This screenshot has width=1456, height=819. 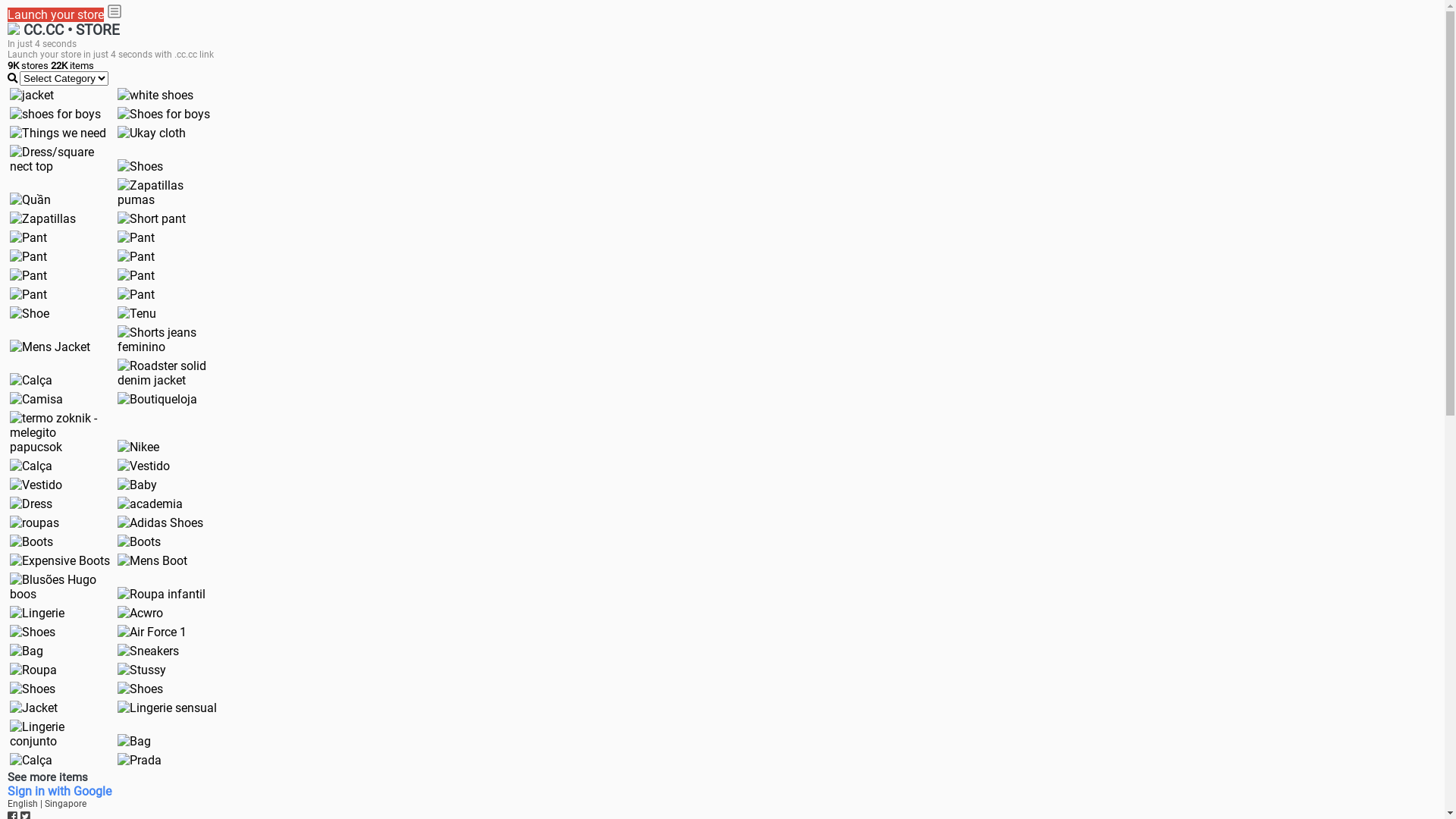 What do you see at coordinates (136, 237) in the screenshot?
I see `'Pant'` at bounding box center [136, 237].